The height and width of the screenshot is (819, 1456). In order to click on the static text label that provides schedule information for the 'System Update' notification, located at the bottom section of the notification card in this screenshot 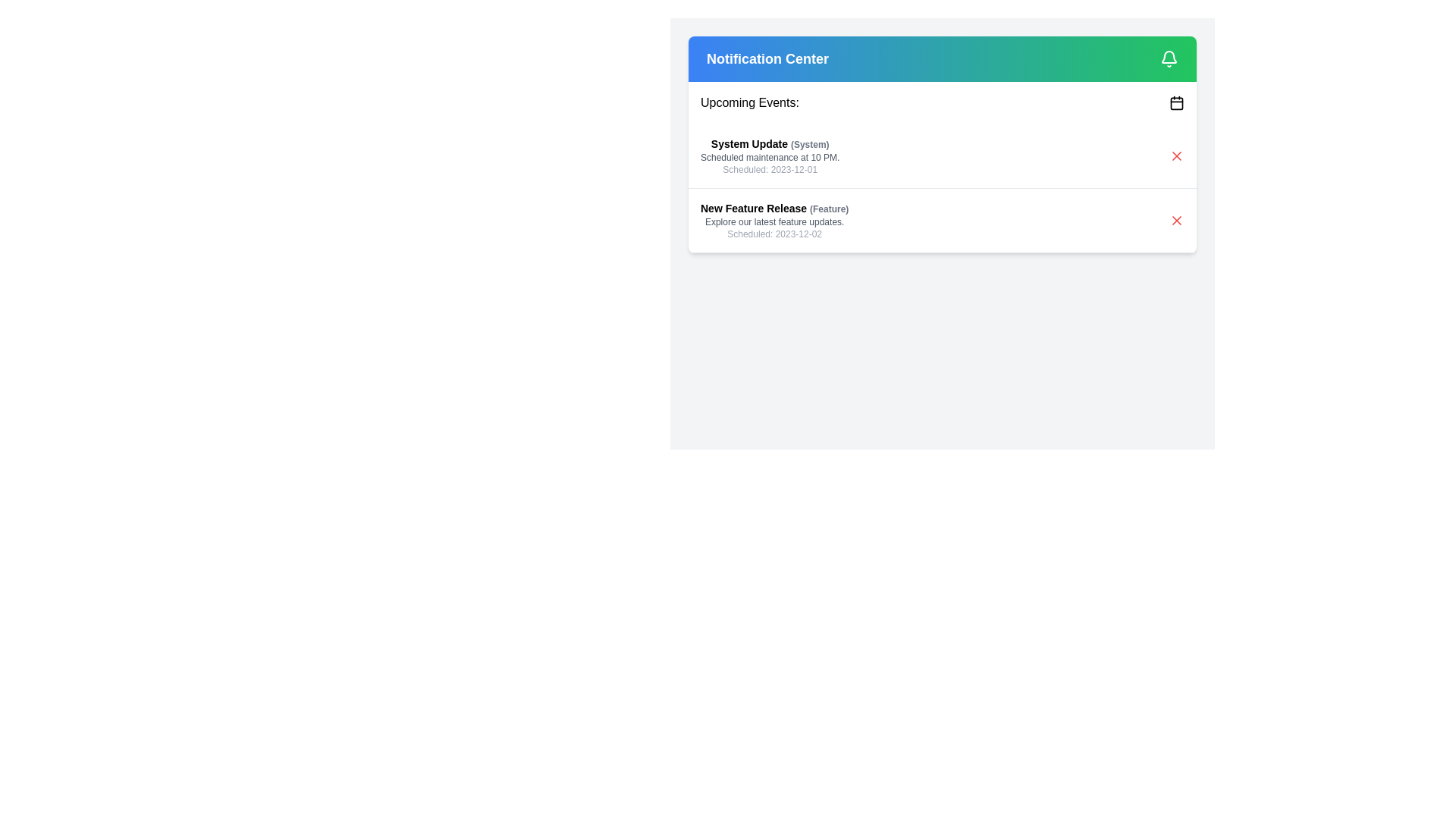, I will do `click(770, 169)`.